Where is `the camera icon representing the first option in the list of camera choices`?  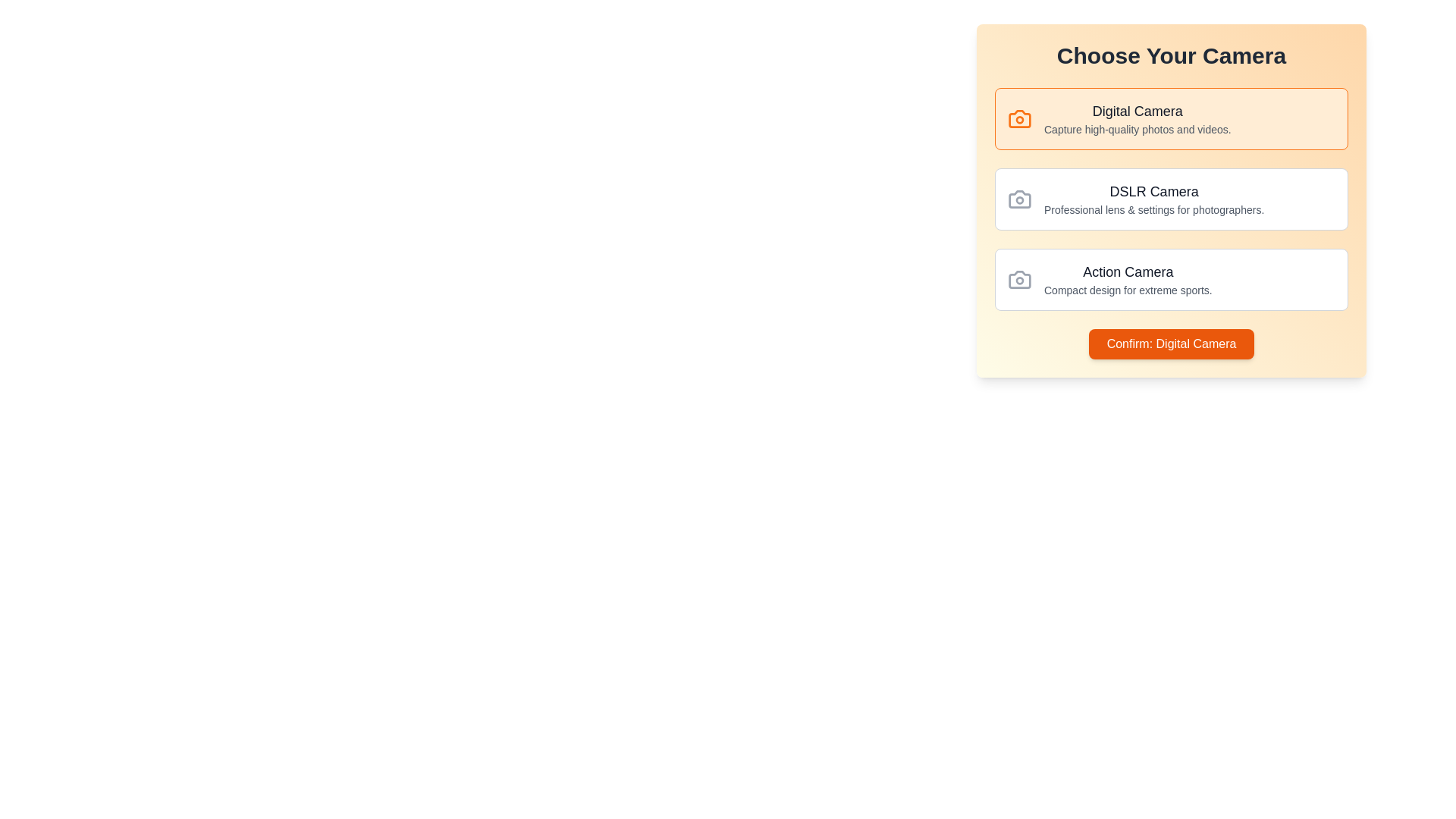 the camera icon representing the first option in the list of camera choices is located at coordinates (1019, 118).